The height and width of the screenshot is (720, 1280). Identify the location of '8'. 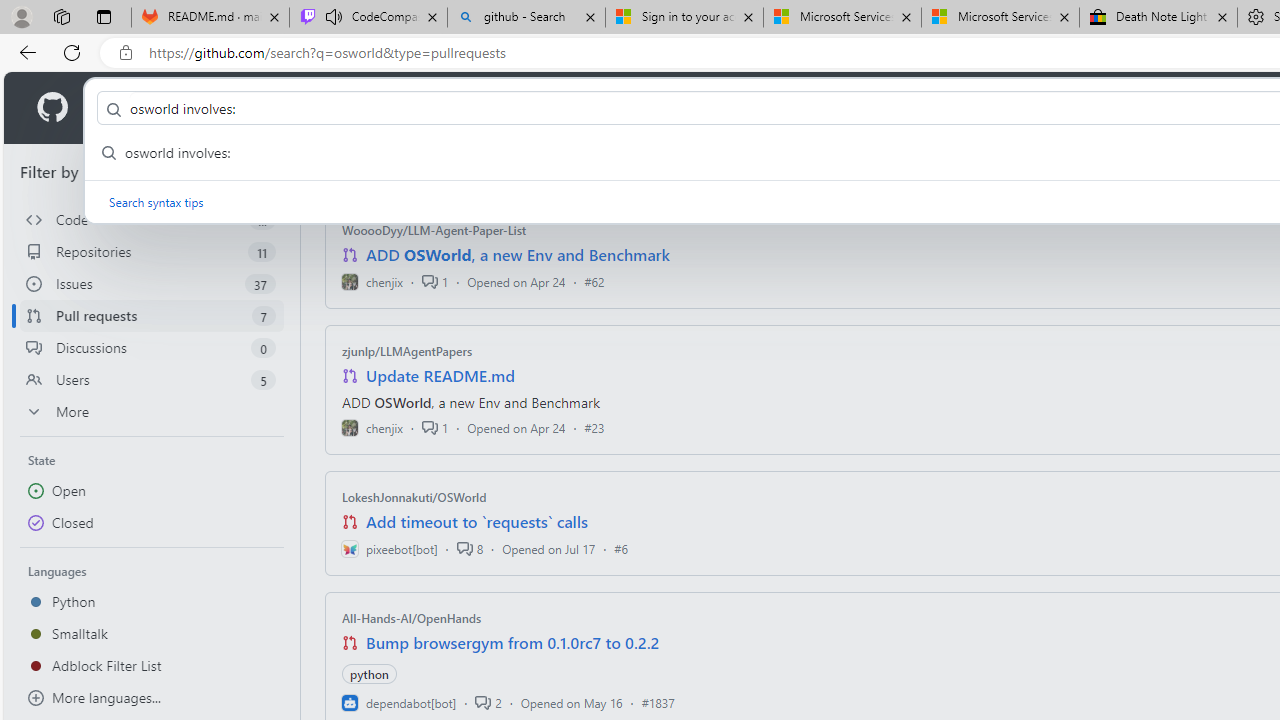
(468, 548).